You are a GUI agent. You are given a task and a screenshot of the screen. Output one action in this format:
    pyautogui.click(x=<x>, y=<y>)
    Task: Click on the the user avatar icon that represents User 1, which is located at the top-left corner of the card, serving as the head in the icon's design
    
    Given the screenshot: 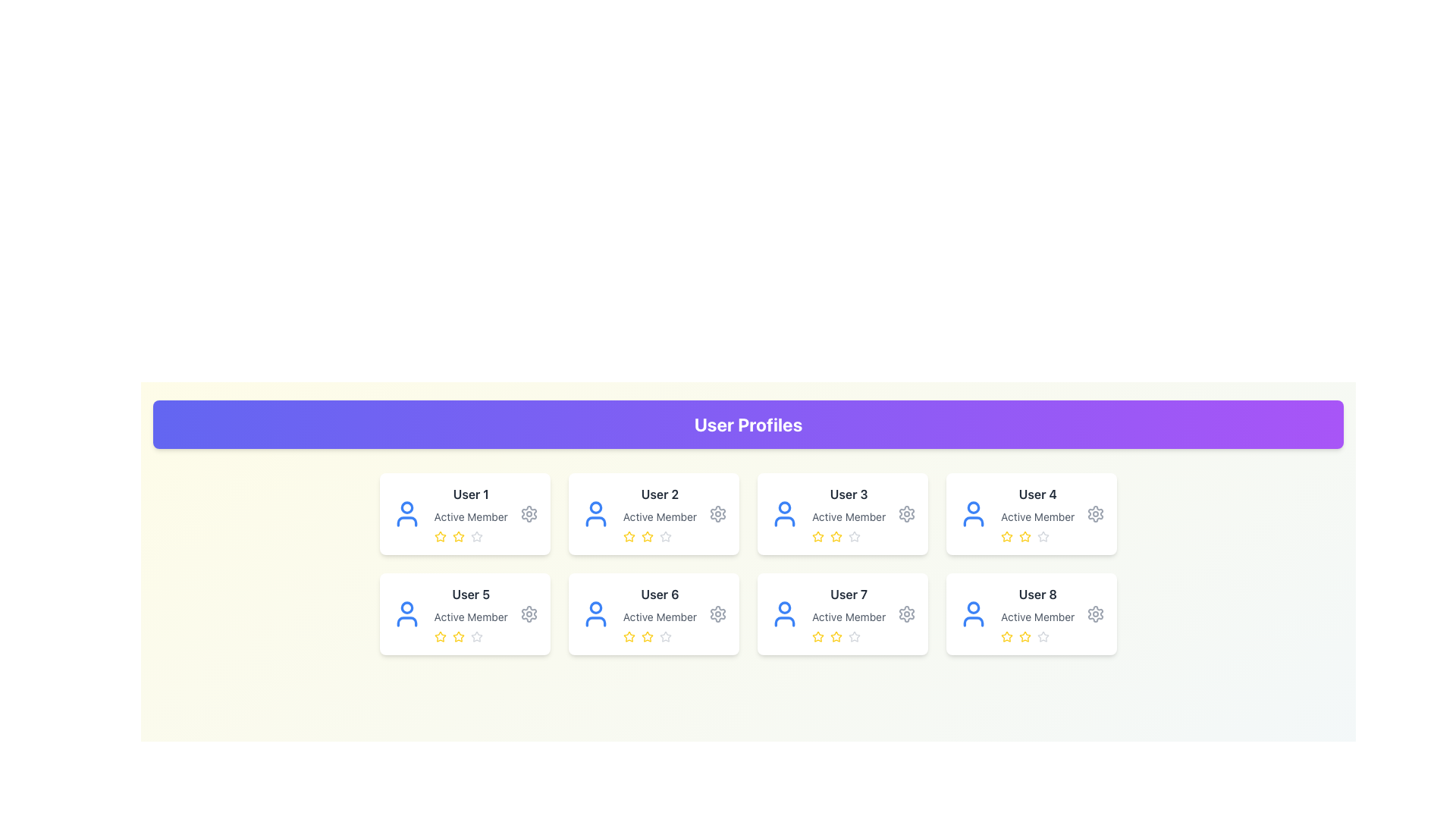 What is the action you would take?
    pyautogui.click(x=406, y=507)
    